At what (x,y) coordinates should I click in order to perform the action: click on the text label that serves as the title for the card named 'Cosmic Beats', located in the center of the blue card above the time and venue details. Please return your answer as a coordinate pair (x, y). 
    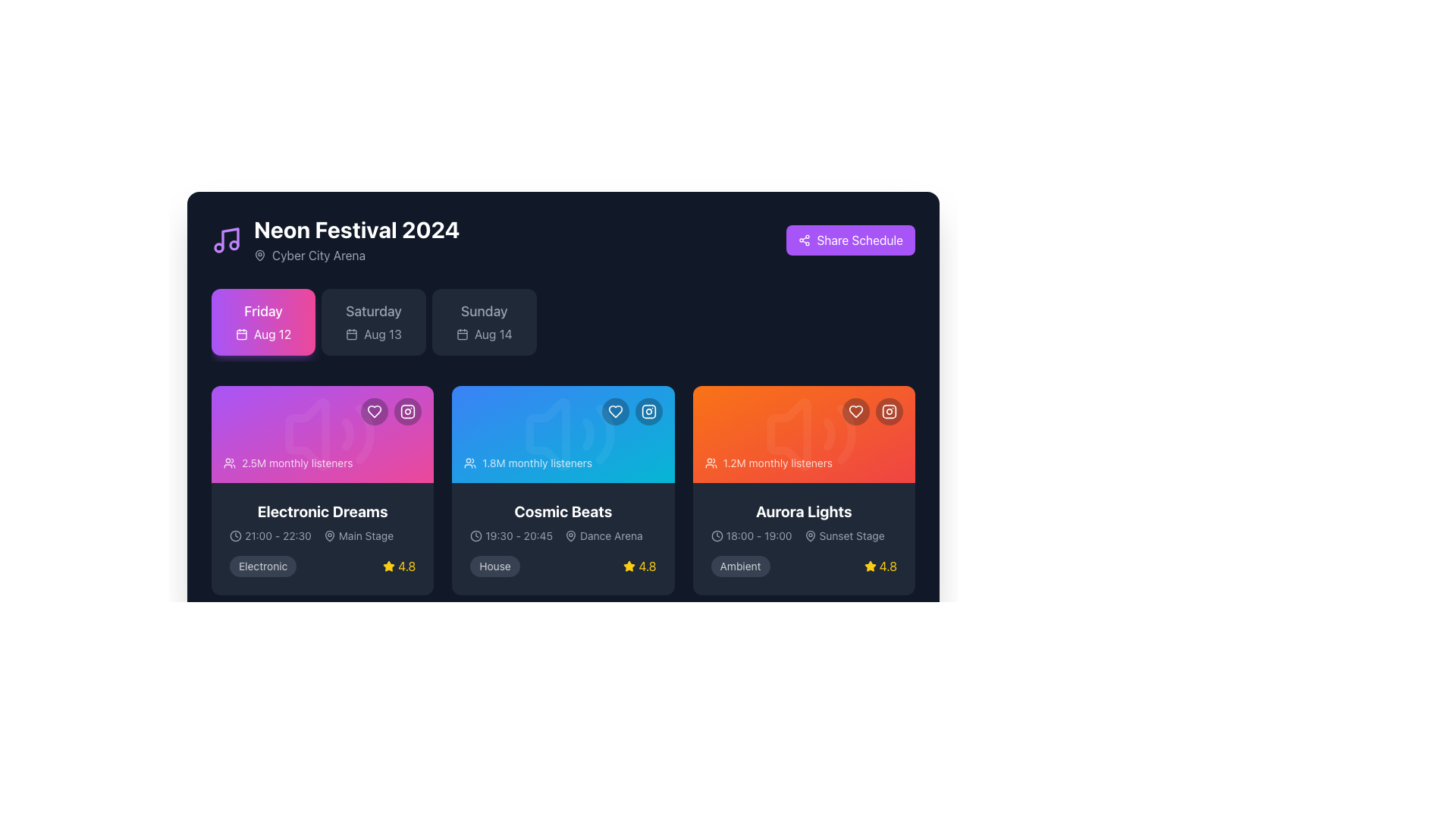
    Looking at the image, I should click on (563, 512).